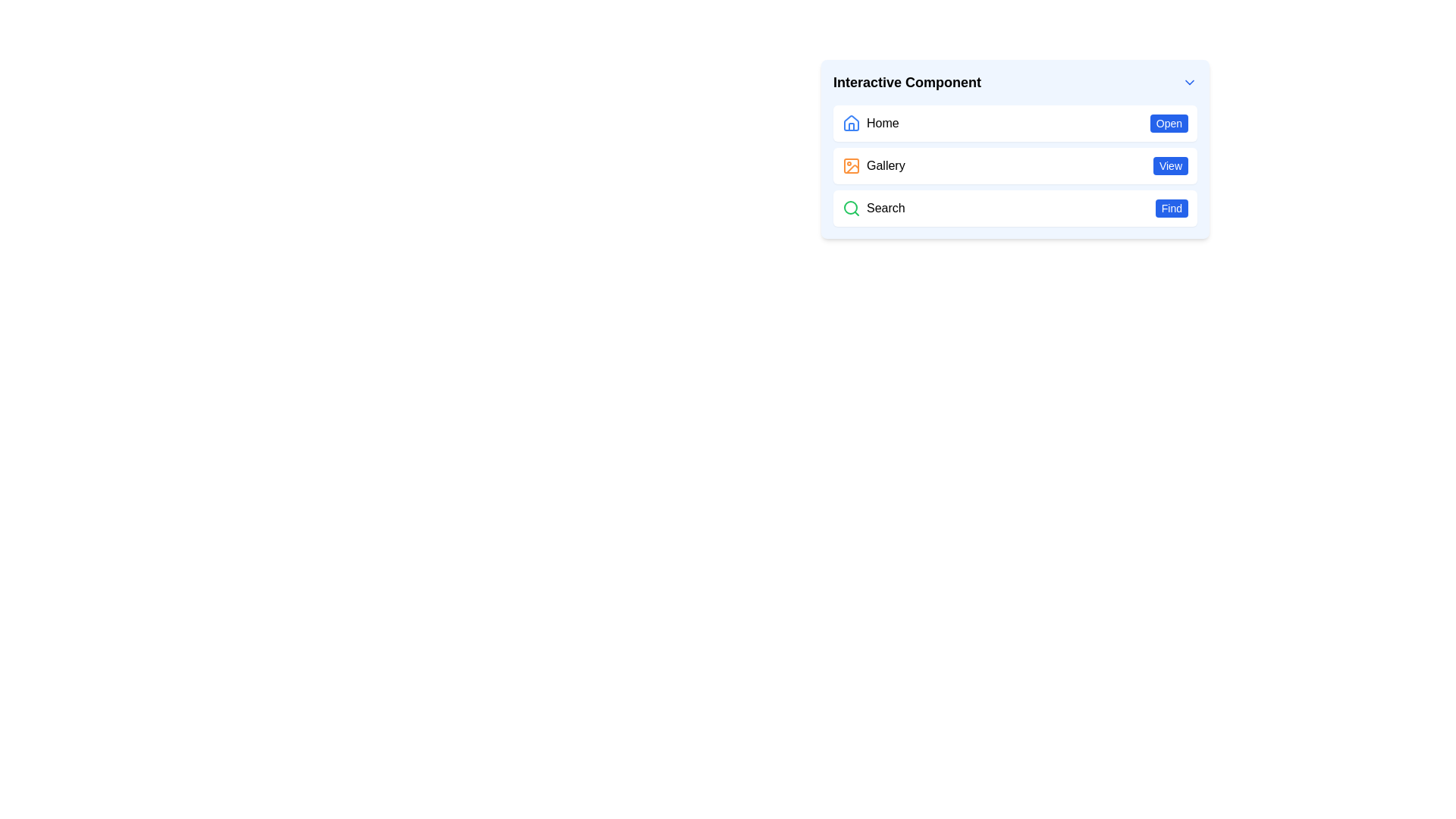 The height and width of the screenshot is (819, 1456). Describe the element at coordinates (1169, 166) in the screenshot. I see `the rightmost button in the second item of the vertically aligned list to observe the styling change for the 'Gallery' section` at that location.